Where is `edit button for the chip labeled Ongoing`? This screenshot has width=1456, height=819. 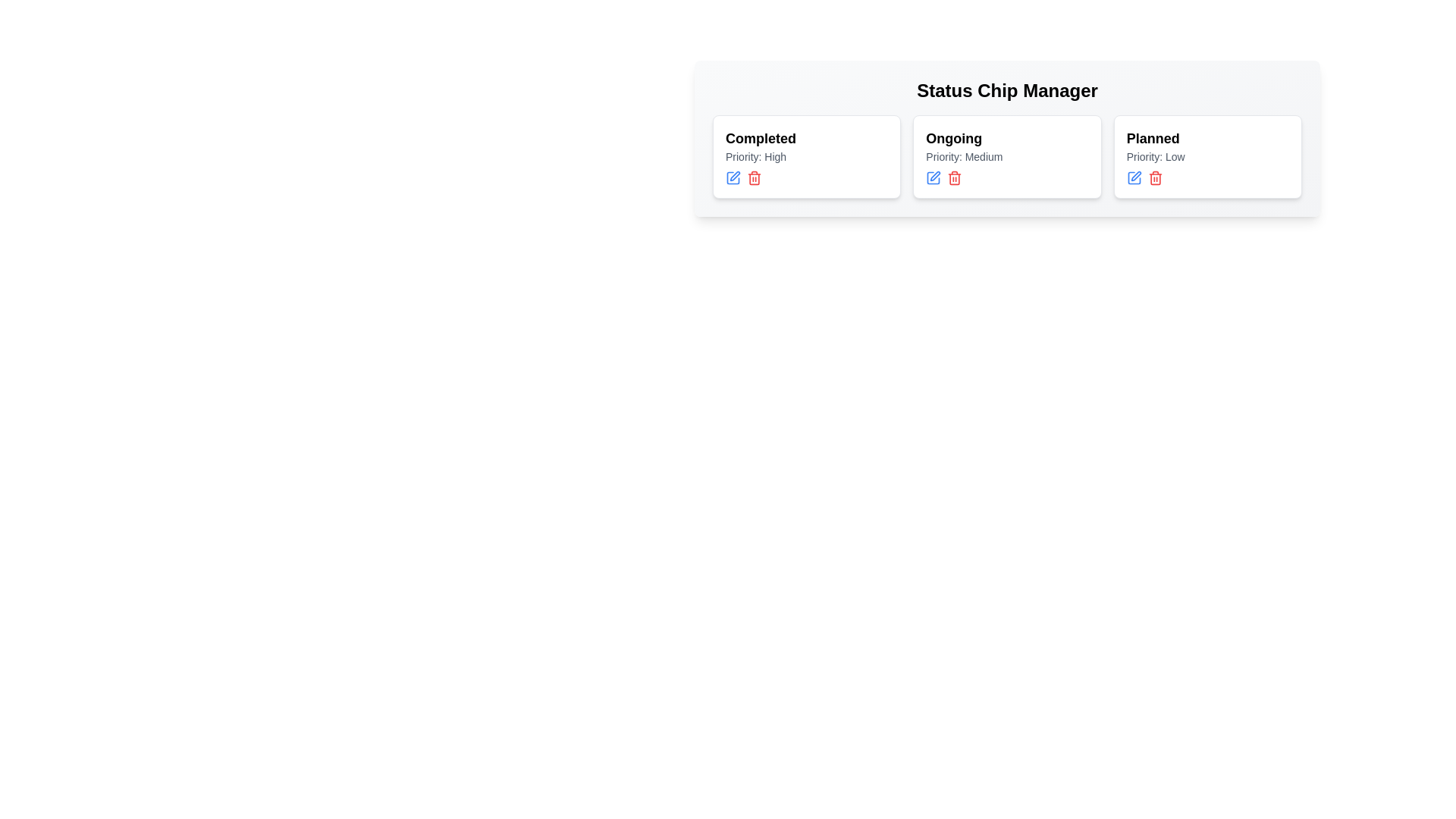 edit button for the chip labeled Ongoing is located at coordinates (932, 177).